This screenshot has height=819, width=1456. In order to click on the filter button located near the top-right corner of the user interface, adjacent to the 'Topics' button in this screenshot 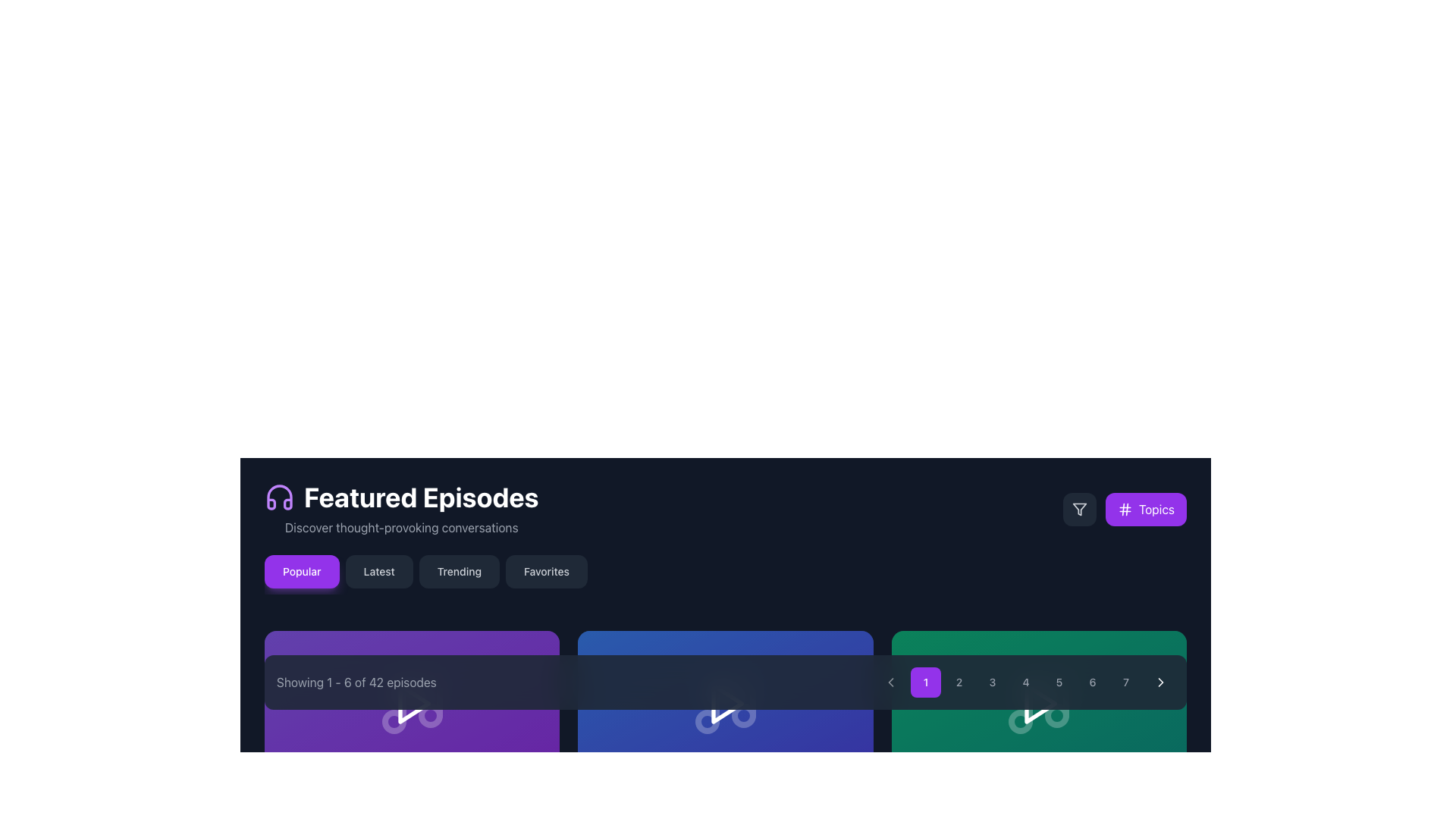, I will do `click(1078, 509)`.